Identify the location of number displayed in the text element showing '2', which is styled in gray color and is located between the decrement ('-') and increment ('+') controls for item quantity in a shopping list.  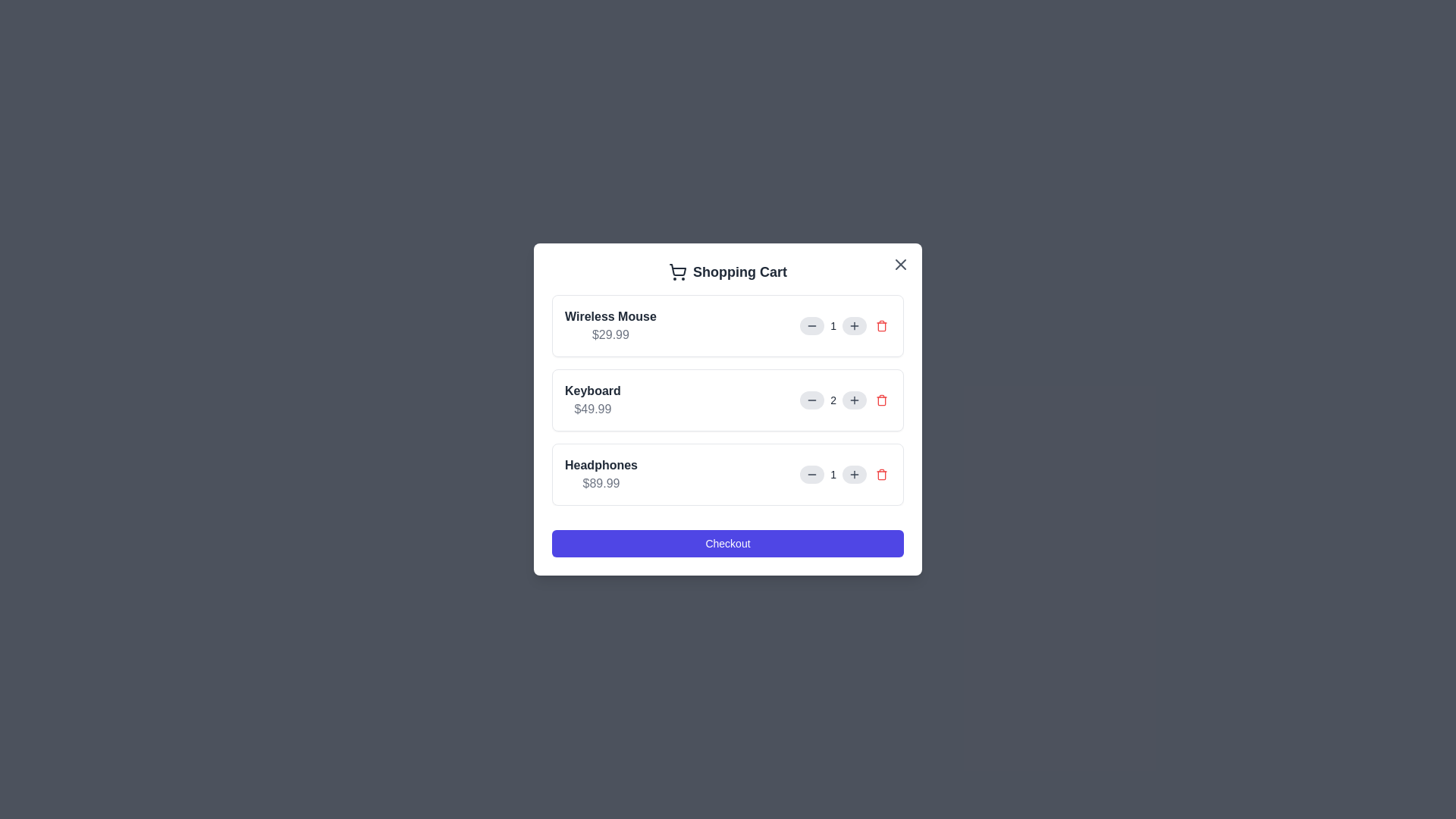
(833, 400).